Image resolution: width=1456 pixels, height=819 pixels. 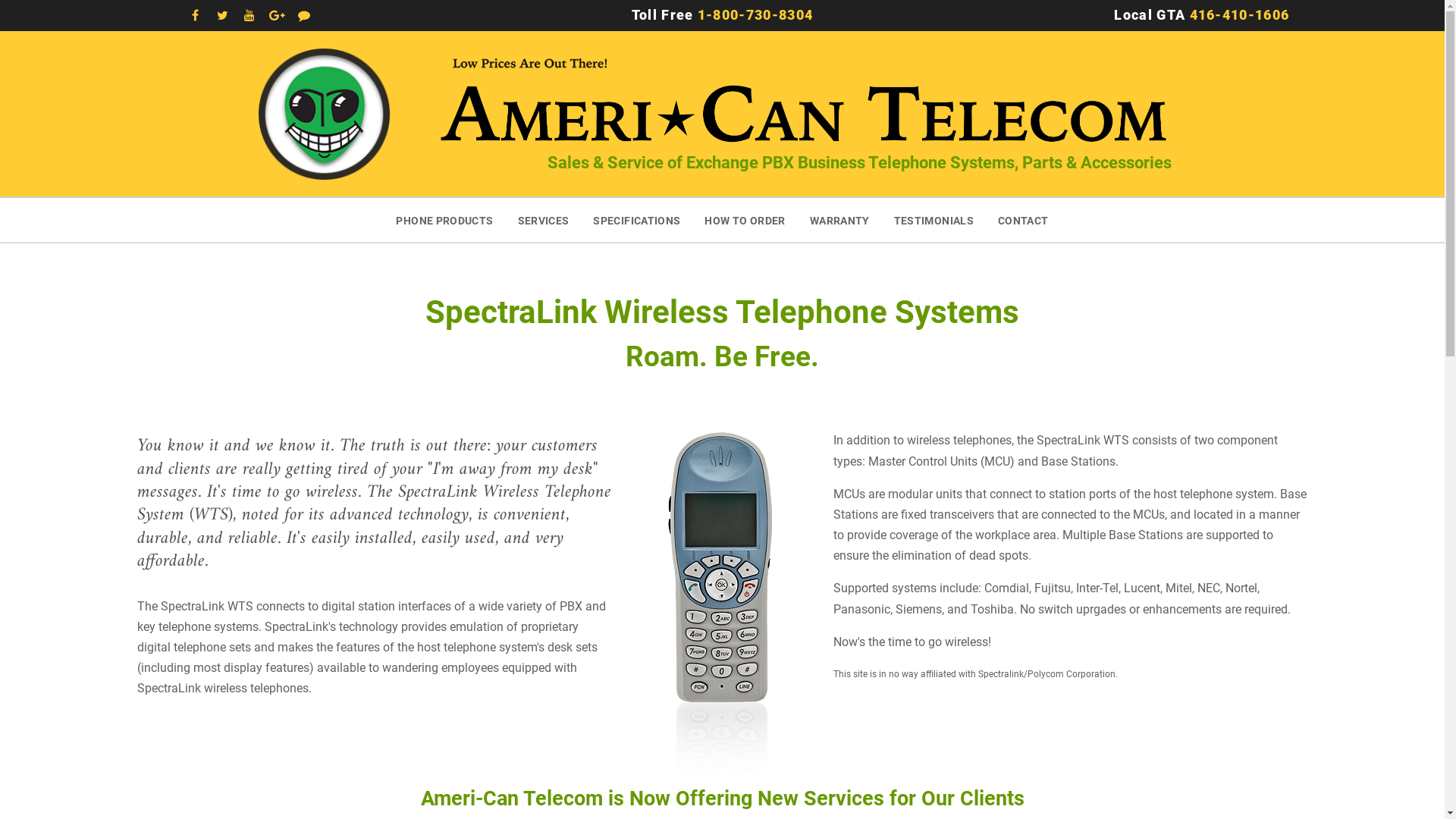 I want to click on 'TESTIMONIALS', so click(x=881, y=219).